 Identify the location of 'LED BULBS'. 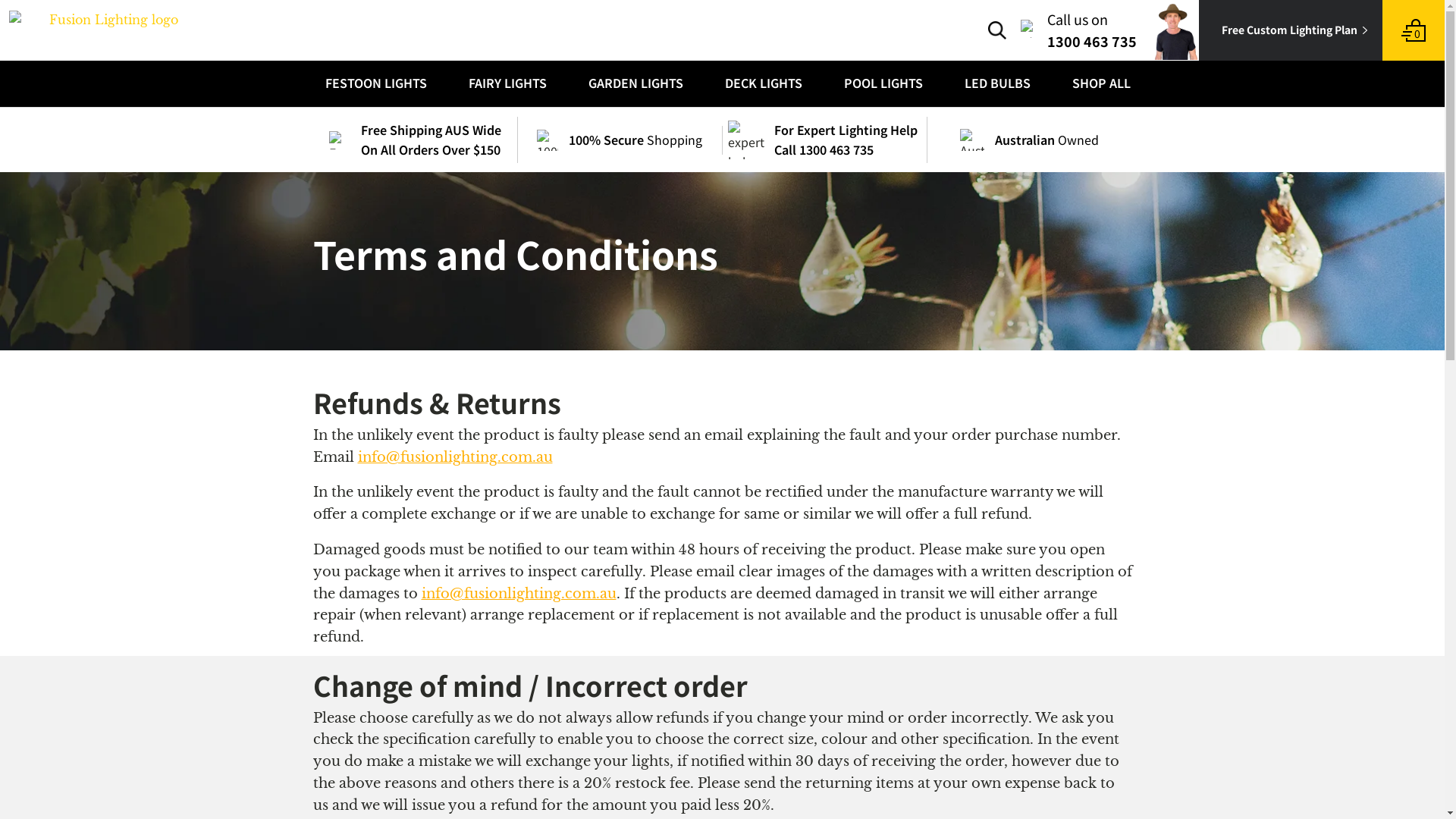
(992, 83).